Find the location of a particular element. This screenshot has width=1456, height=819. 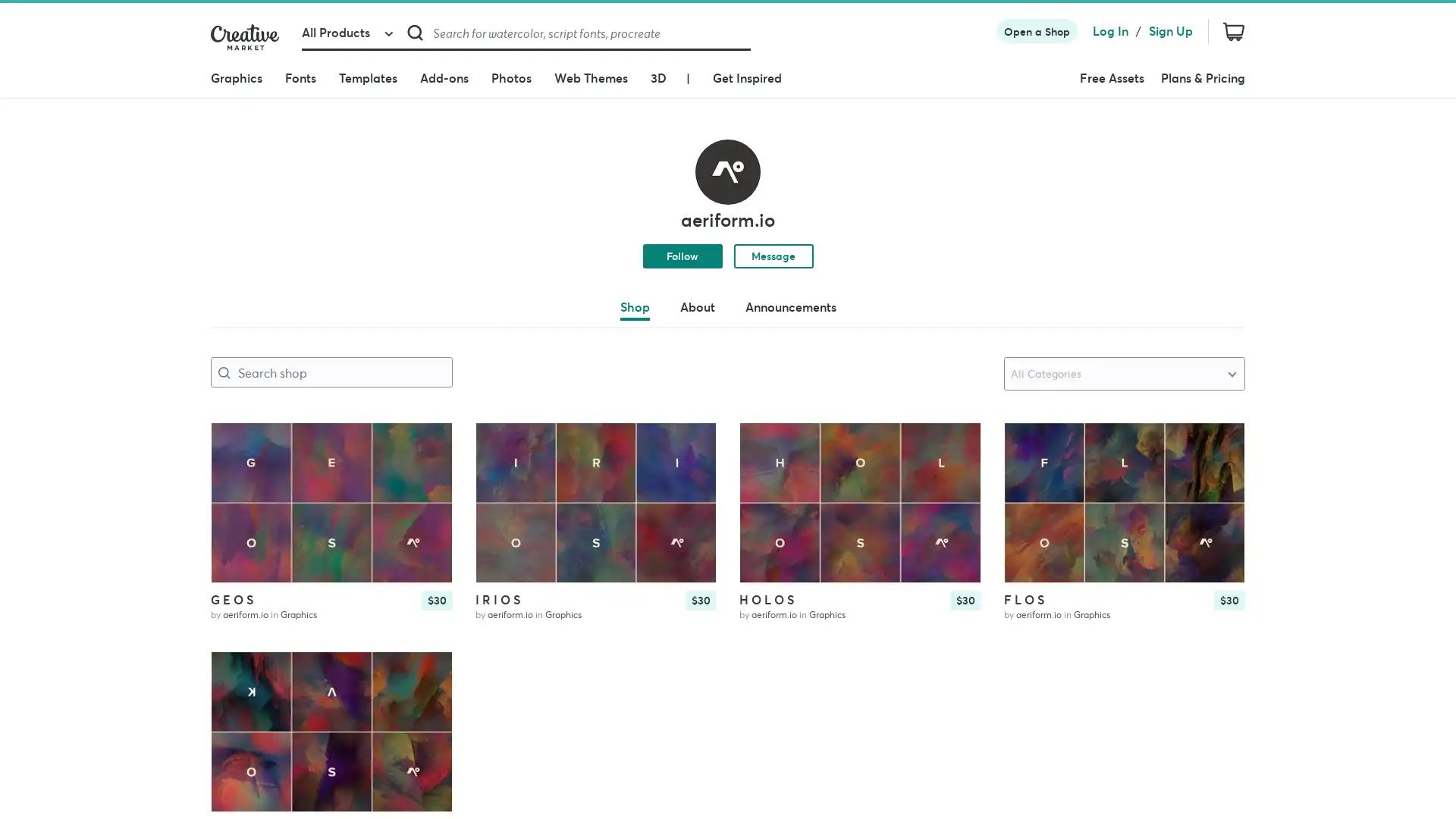

Pin to Pinterest is located at coordinates (235, 446).